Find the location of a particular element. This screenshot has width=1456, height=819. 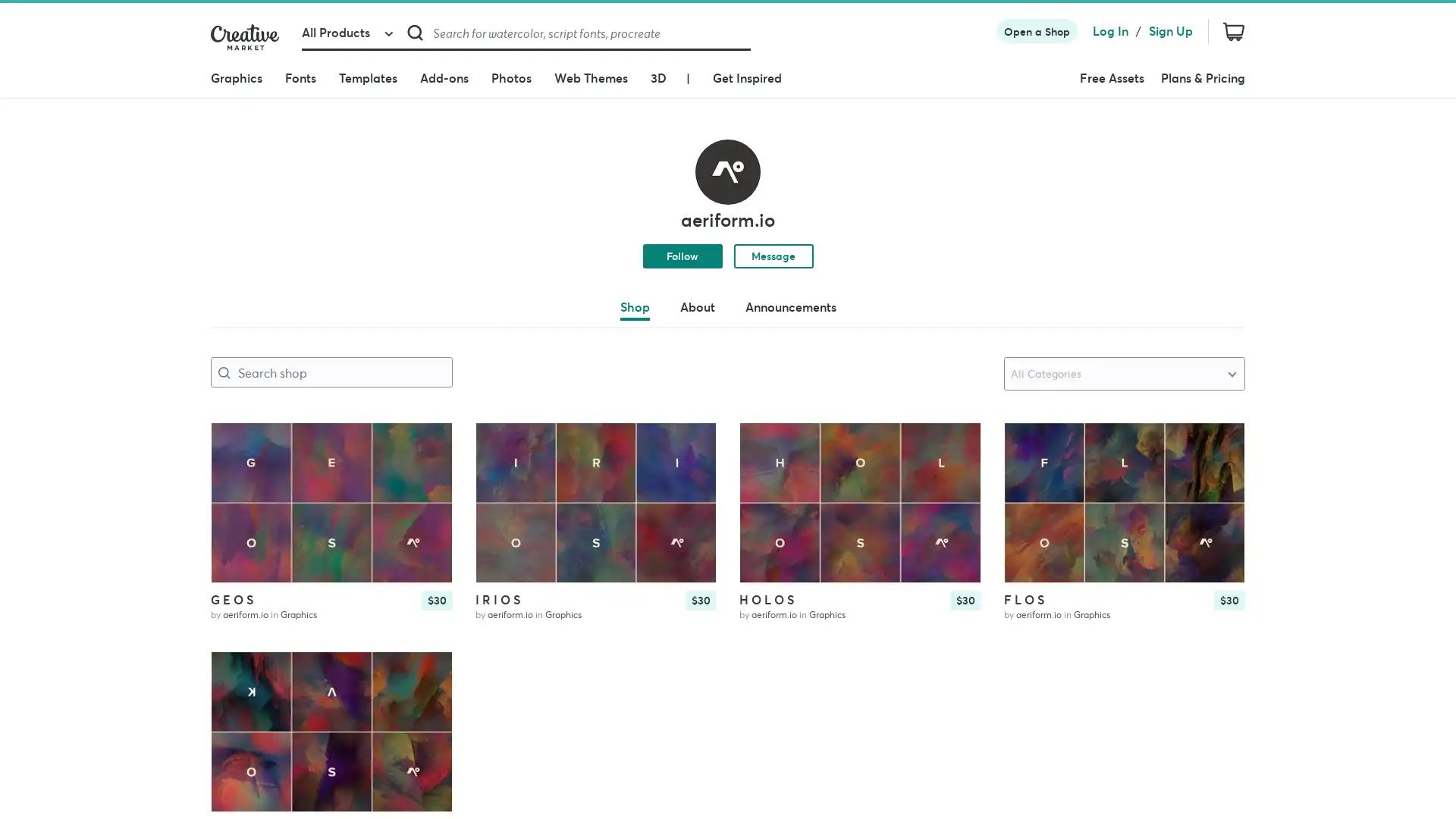

Pin to Pinterest is located at coordinates (235, 446).